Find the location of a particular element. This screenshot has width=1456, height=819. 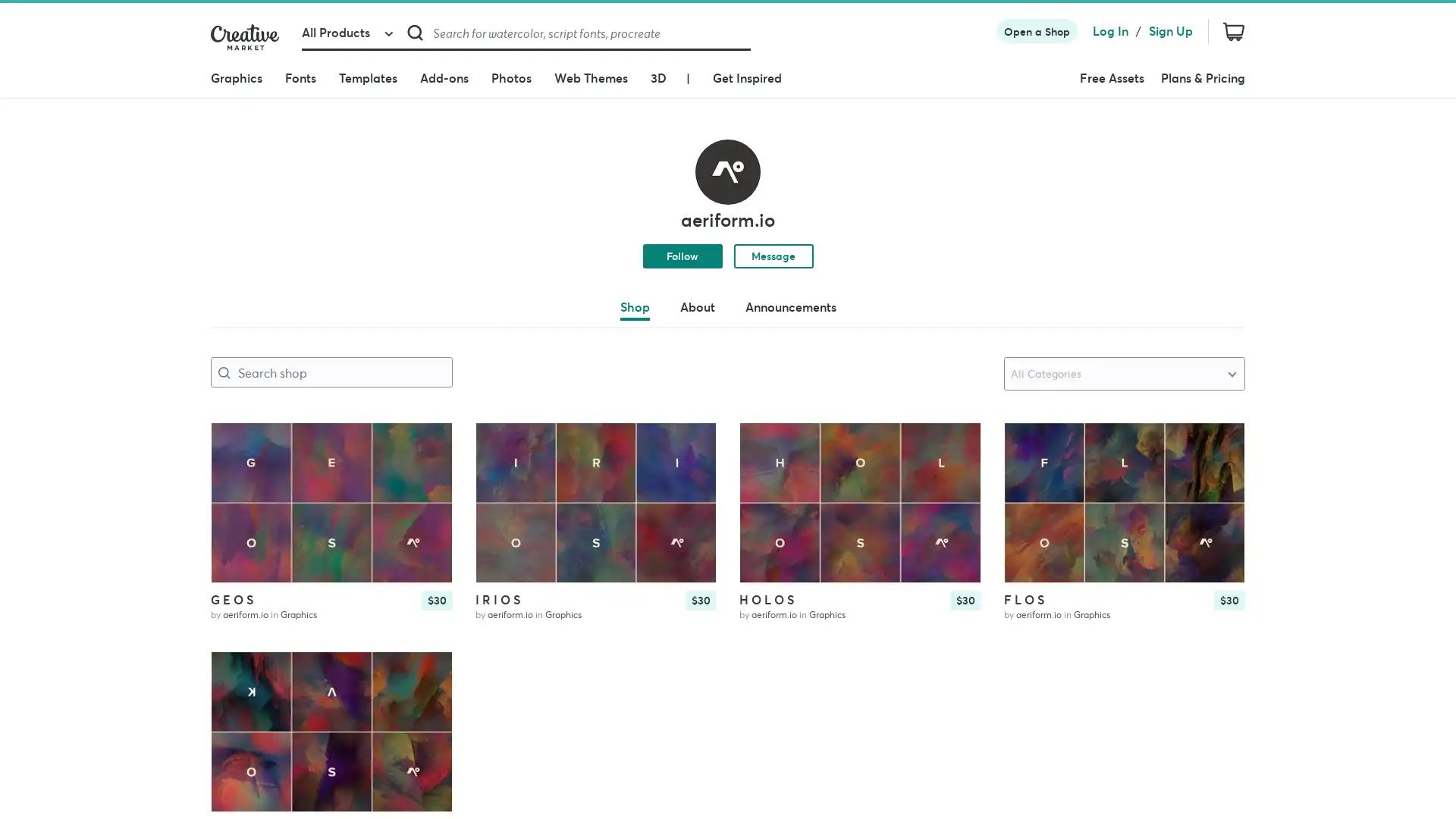

Pin to Pinterest is located at coordinates (235, 446).